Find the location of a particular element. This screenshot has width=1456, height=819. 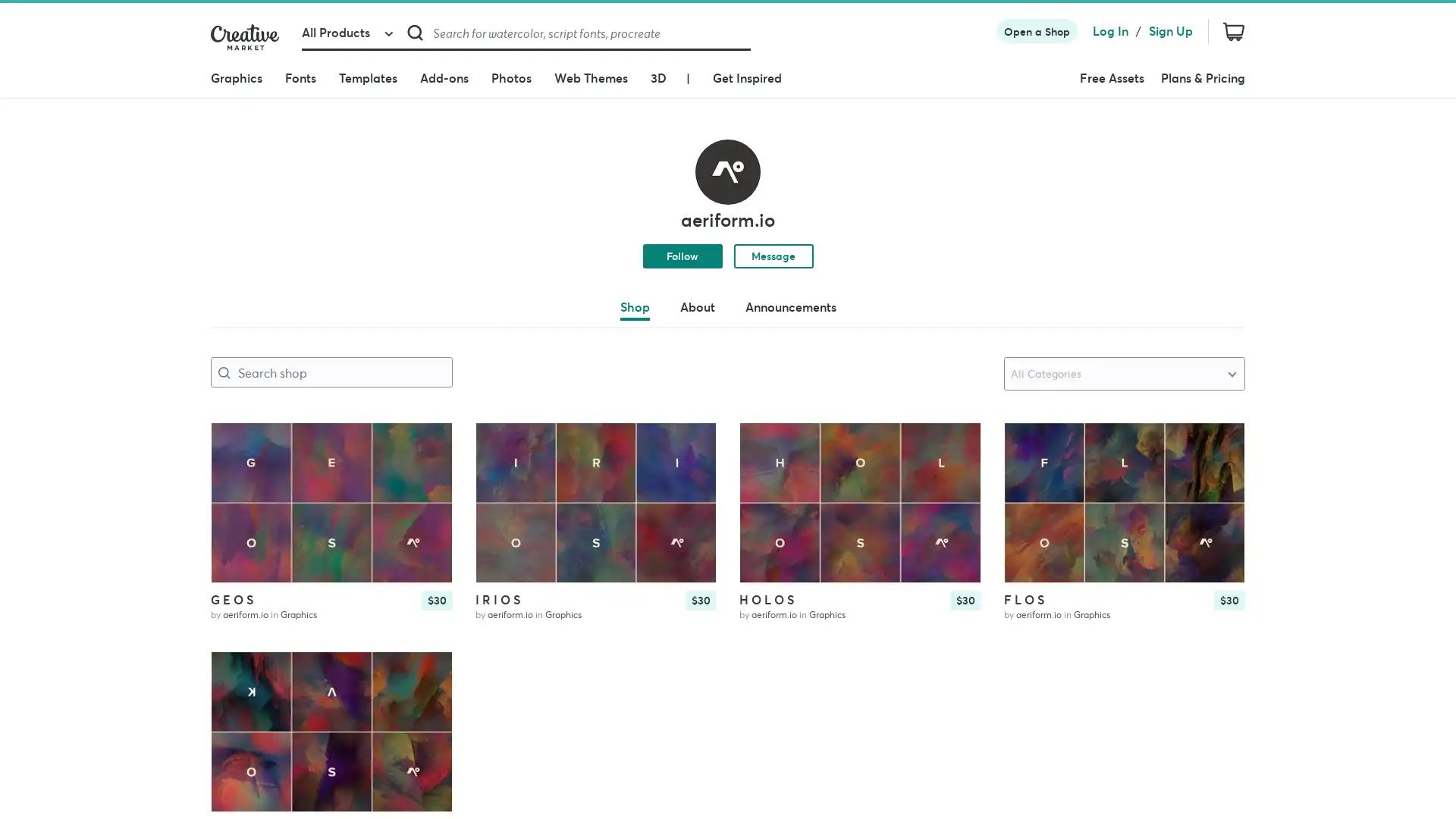

Pin to Pinterest is located at coordinates (235, 446).